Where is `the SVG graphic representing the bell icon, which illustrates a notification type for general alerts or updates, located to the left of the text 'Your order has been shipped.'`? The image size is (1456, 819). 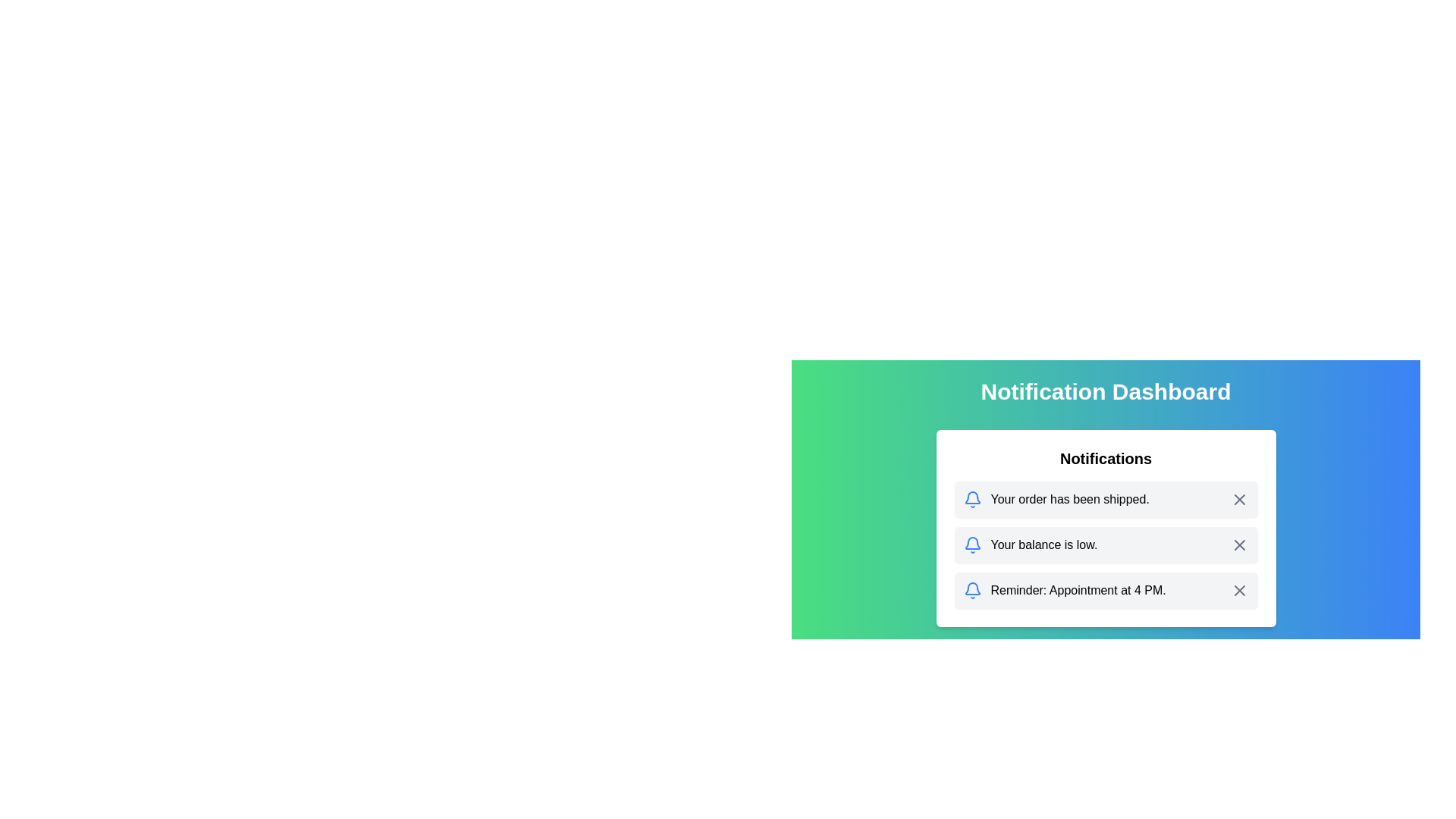 the SVG graphic representing the bell icon, which illustrates a notification type for general alerts or updates, located to the left of the text 'Your order has been shipped.' is located at coordinates (972, 542).